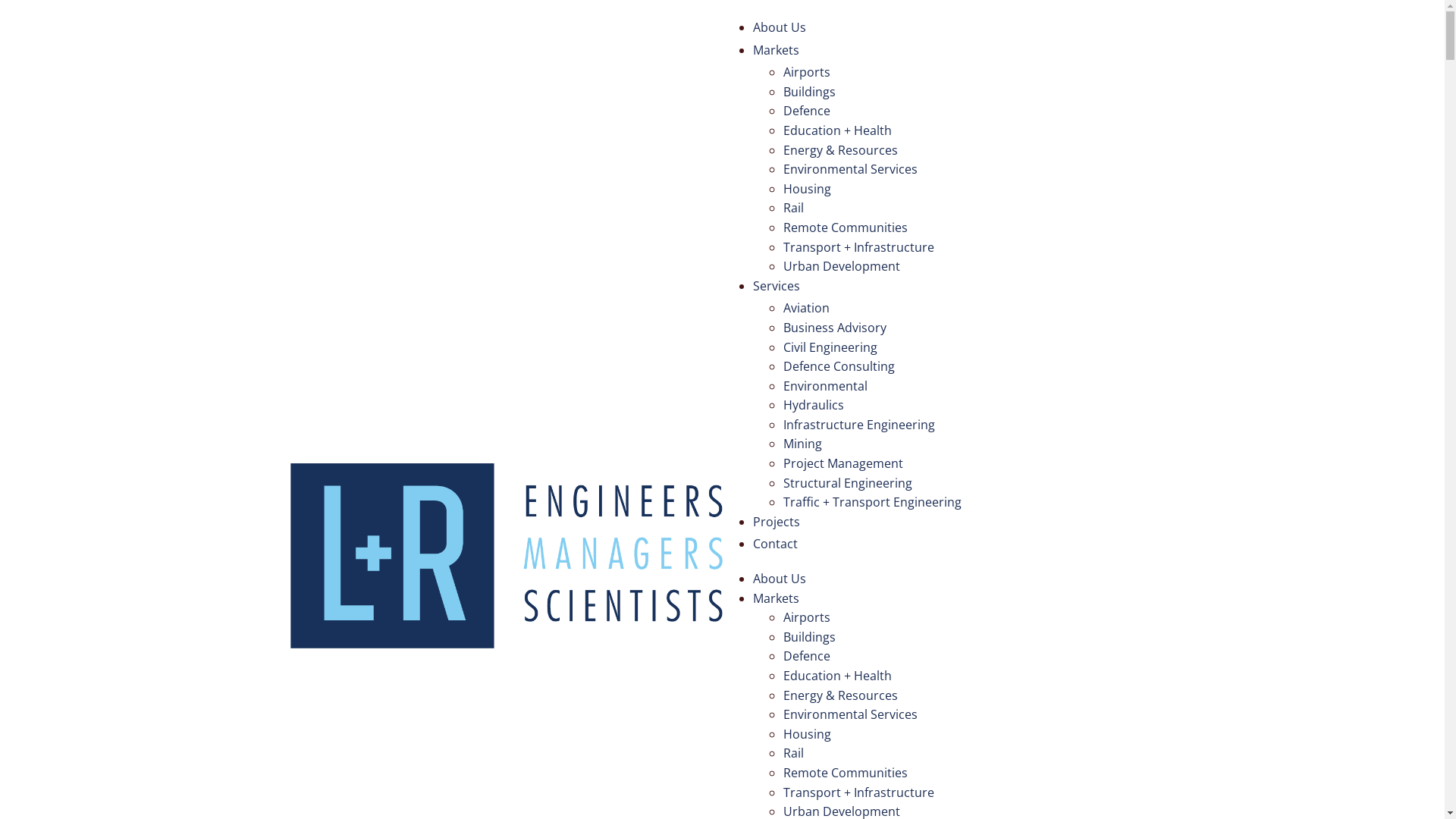 The image size is (1456, 819). Describe the element at coordinates (836, 130) in the screenshot. I see `'Education + Health'` at that location.